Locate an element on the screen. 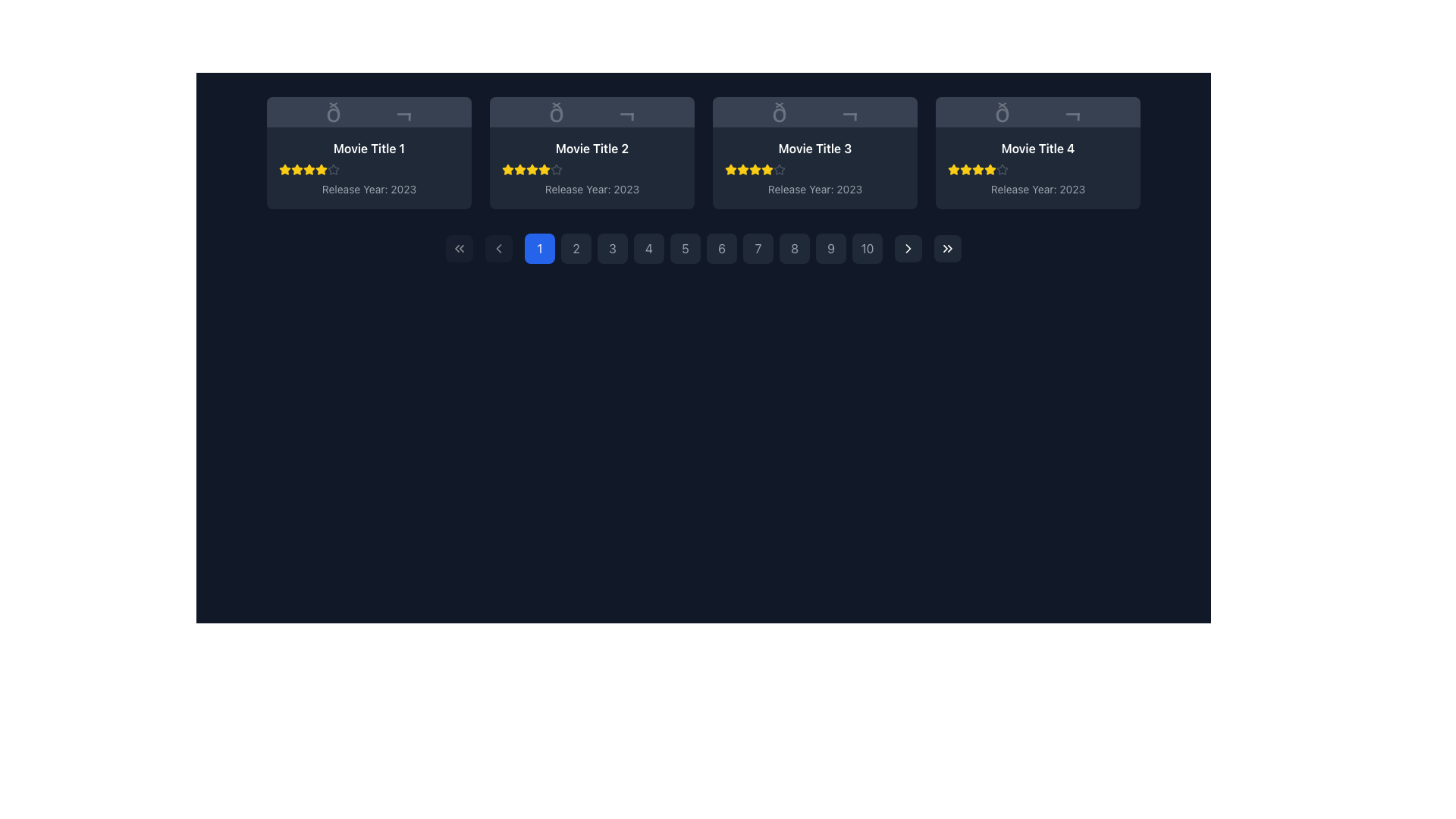 This screenshot has height=819, width=1456. the next-page navigation button located on the rightmost side of the horizontal navigation bar is located at coordinates (908, 247).